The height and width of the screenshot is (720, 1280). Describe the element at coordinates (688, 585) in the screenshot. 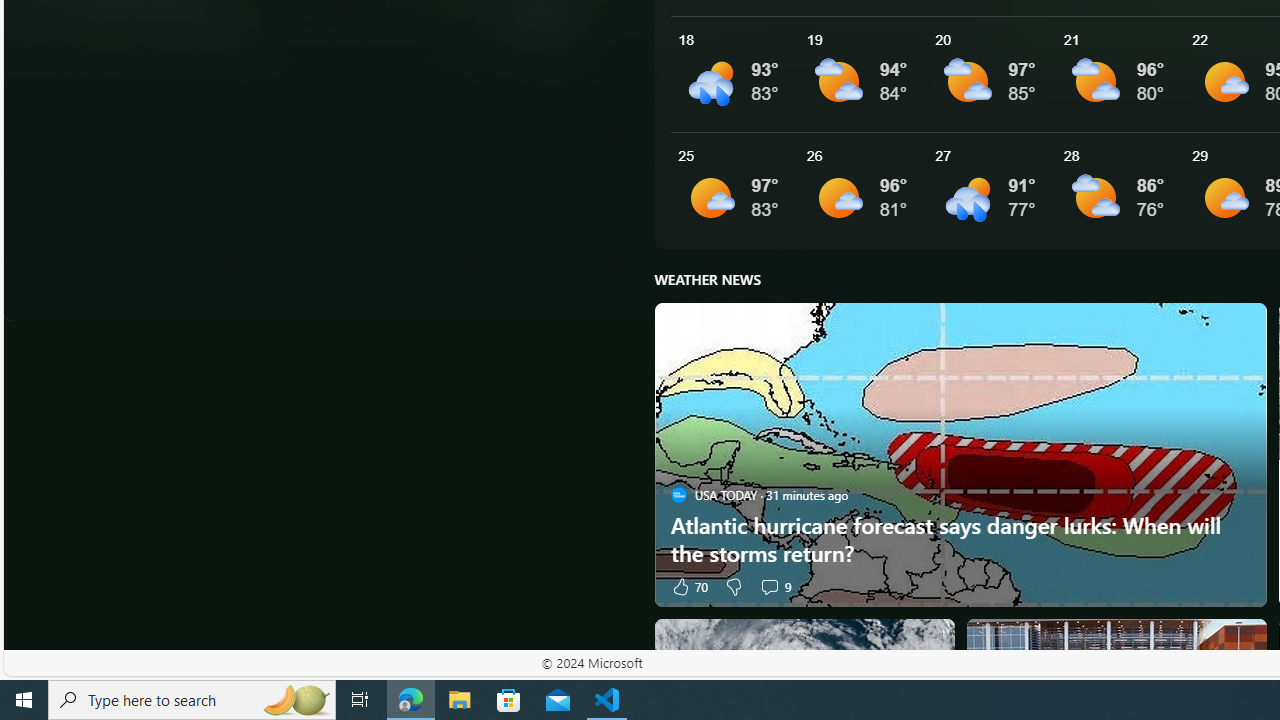

I see `'70 Like'` at that location.